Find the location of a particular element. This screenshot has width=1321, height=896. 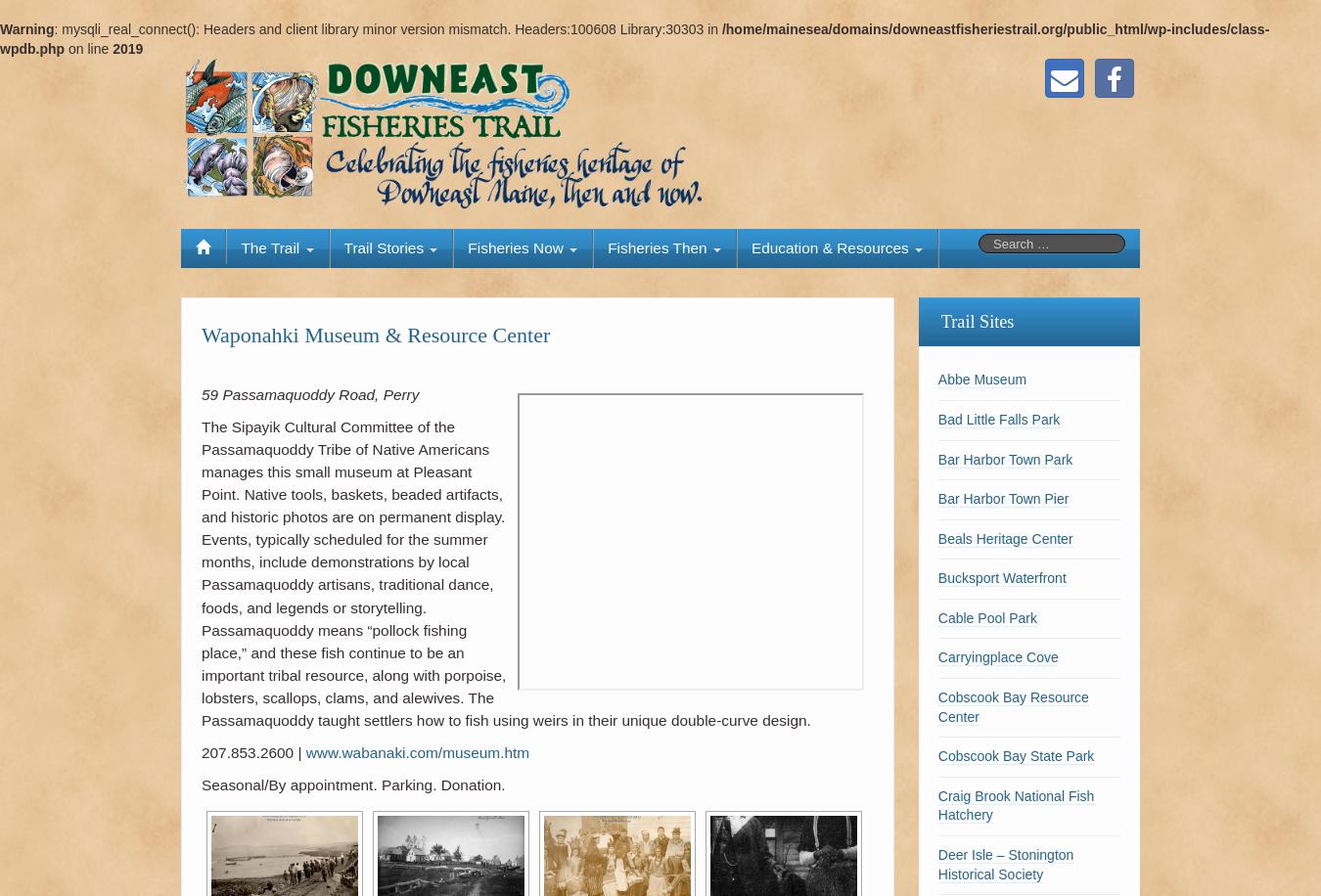

'The Sipayik Cultural Committee of the Passamaquoddy Tribe of Native Americans manages this small museum at Pleasant Point. Native tools, baskets, beaded artifacts, and historic photos are on permanent display. Events, typically scheduled for the summer months, include demonstrations by local Passamaquoddy artisans, traditional dance, foods, and legends or storytelling. Passamaquoddy means “pollock fishing place,” and these fish continue to be an important tribal resource, along with porpoise, lobsters, scallops, clams, and alewives. The Passamaquoddy taught settlers how to fish using weirs in their unique double-curve design.' is located at coordinates (202, 572).